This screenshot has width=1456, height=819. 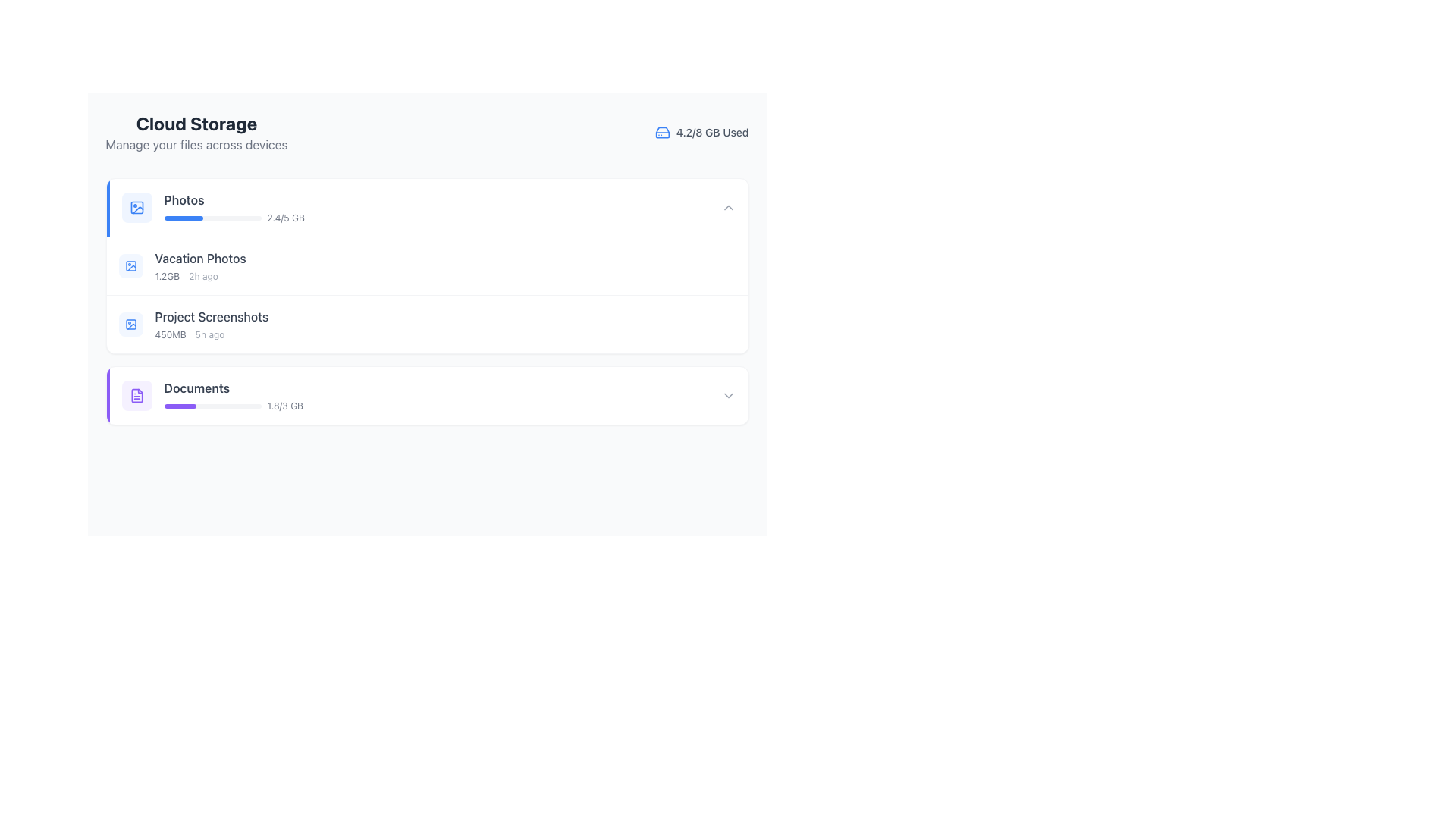 I want to click on the small textual label displaying '5h ago' in the 'Project Screenshots' section of the 'Cloud Storage' interface, so click(x=209, y=334).